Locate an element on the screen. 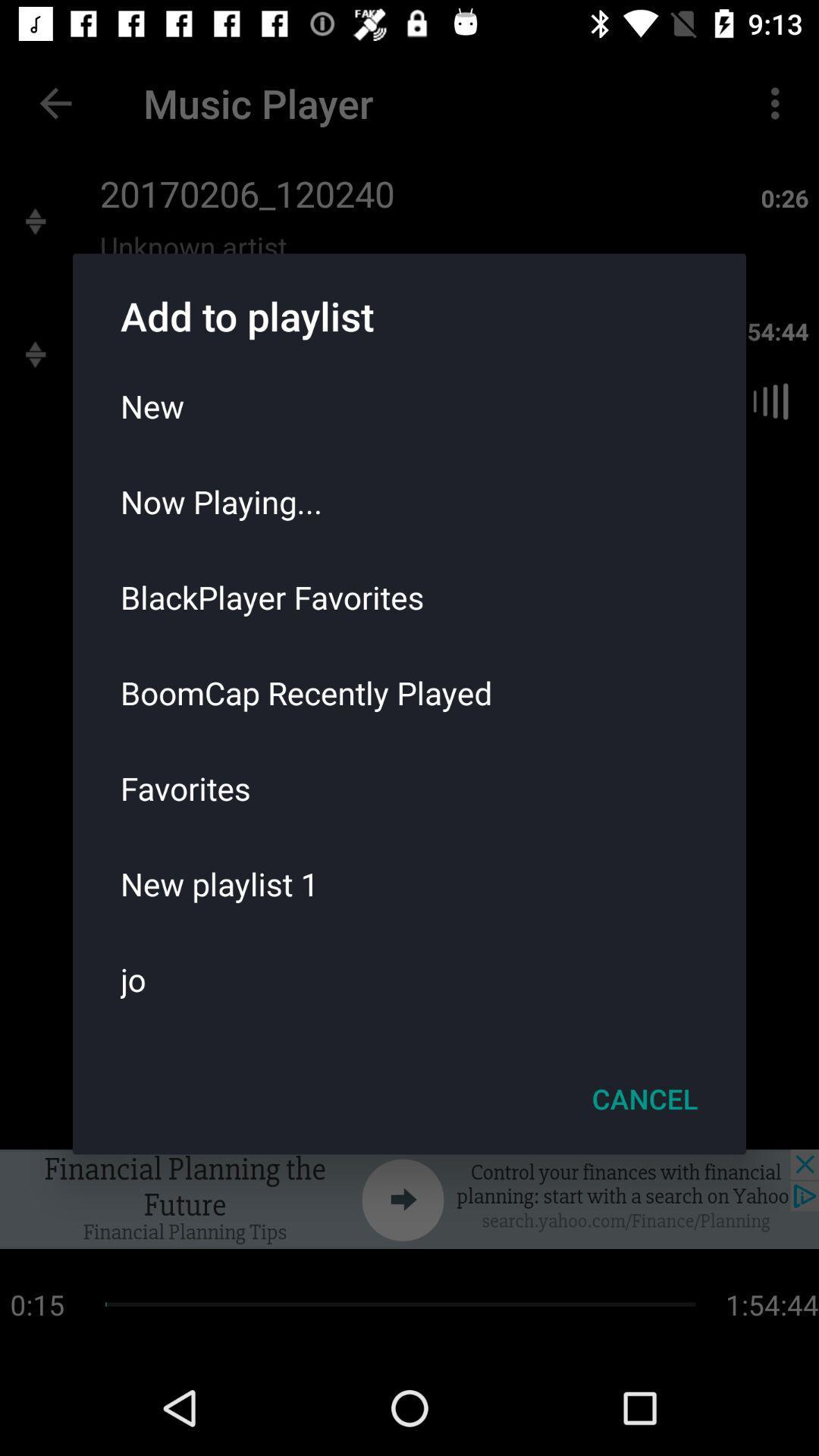 The height and width of the screenshot is (1456, 819). the cancel icon is located at coordinates (645, 1099).